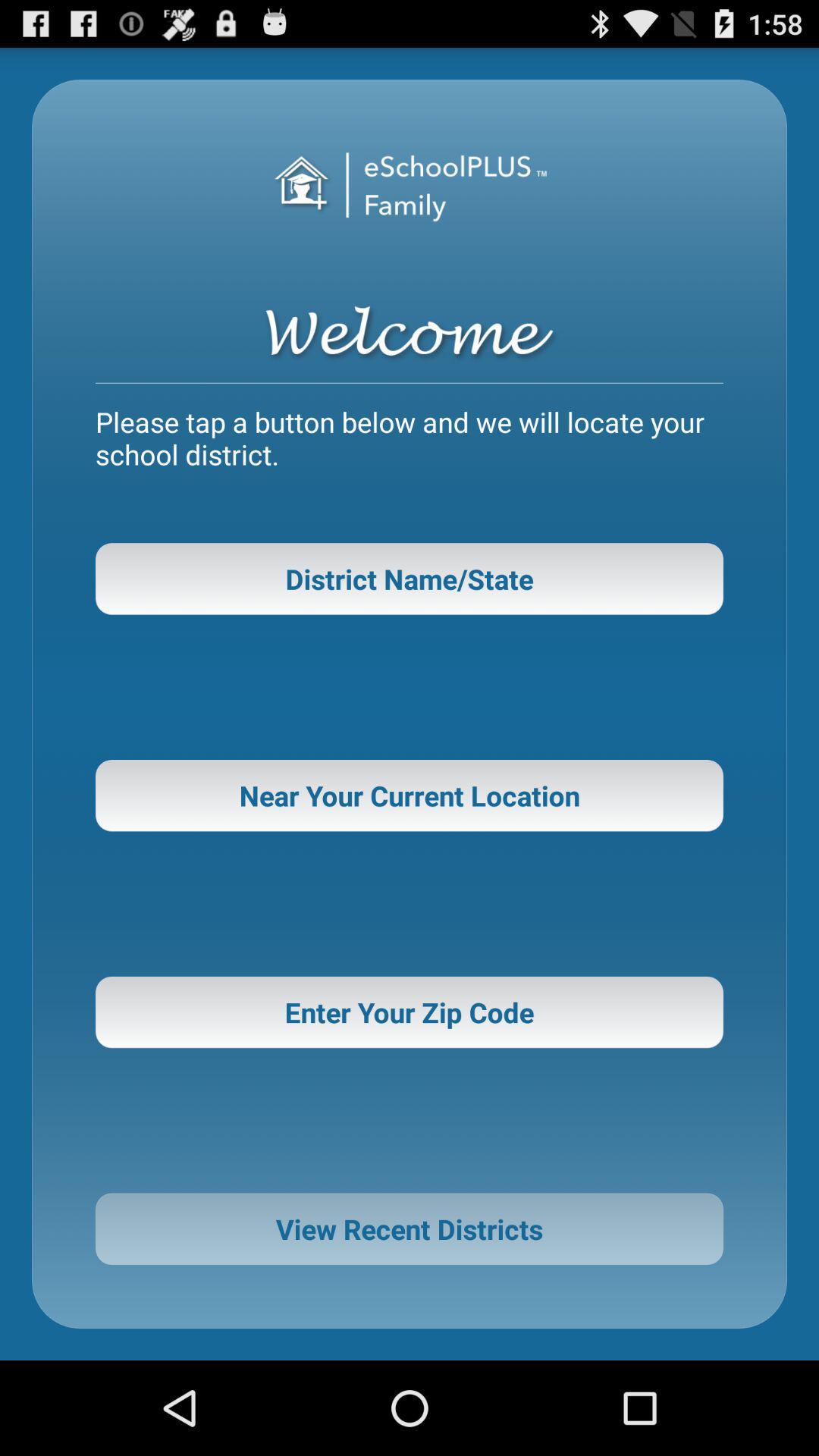 This screenshot has height=1456, width=819. What do you see at coordinates (409, 795) in the screenshot?
I see `the button above the enter your zip button` at bounding box center [409, 795].